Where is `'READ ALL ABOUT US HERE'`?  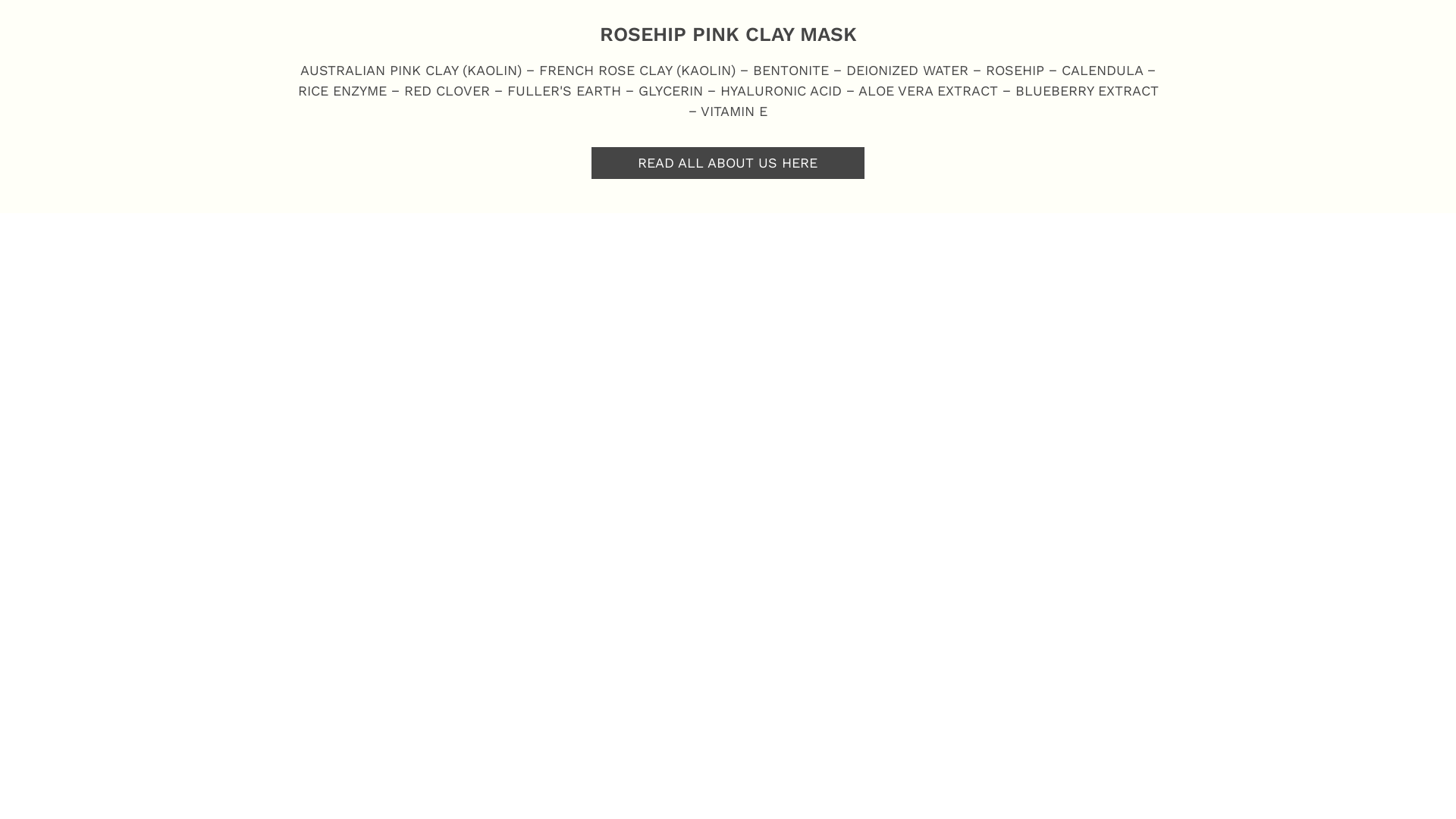
'READ ALL ABOUT US HERE' is located at coordinates (728, 163).